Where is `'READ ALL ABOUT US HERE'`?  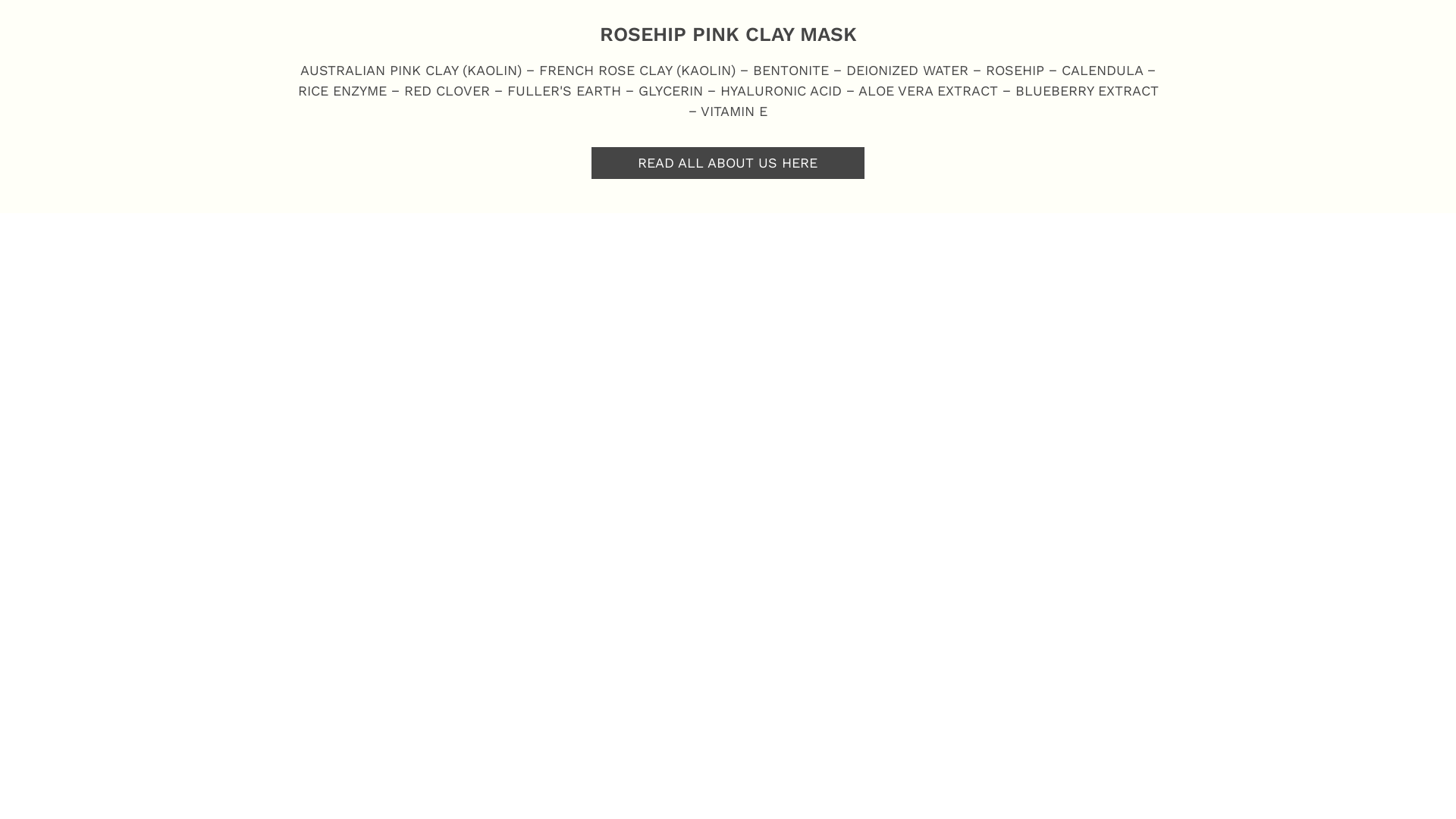
'READ ALL ABOUT US HERE' is located at coordinates (728, 163).